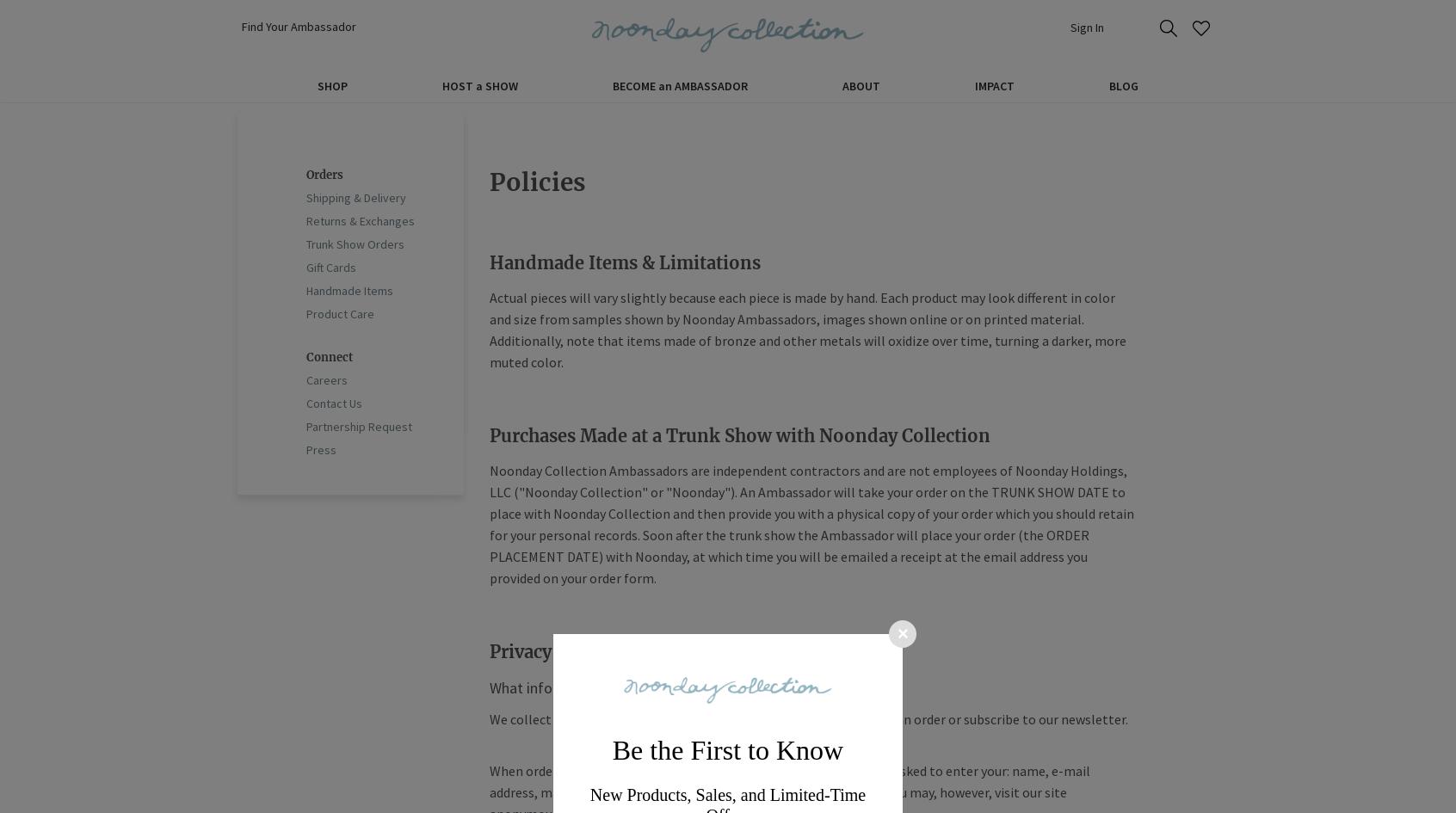  I want to click on 'ABOUT', so click(860, 84).